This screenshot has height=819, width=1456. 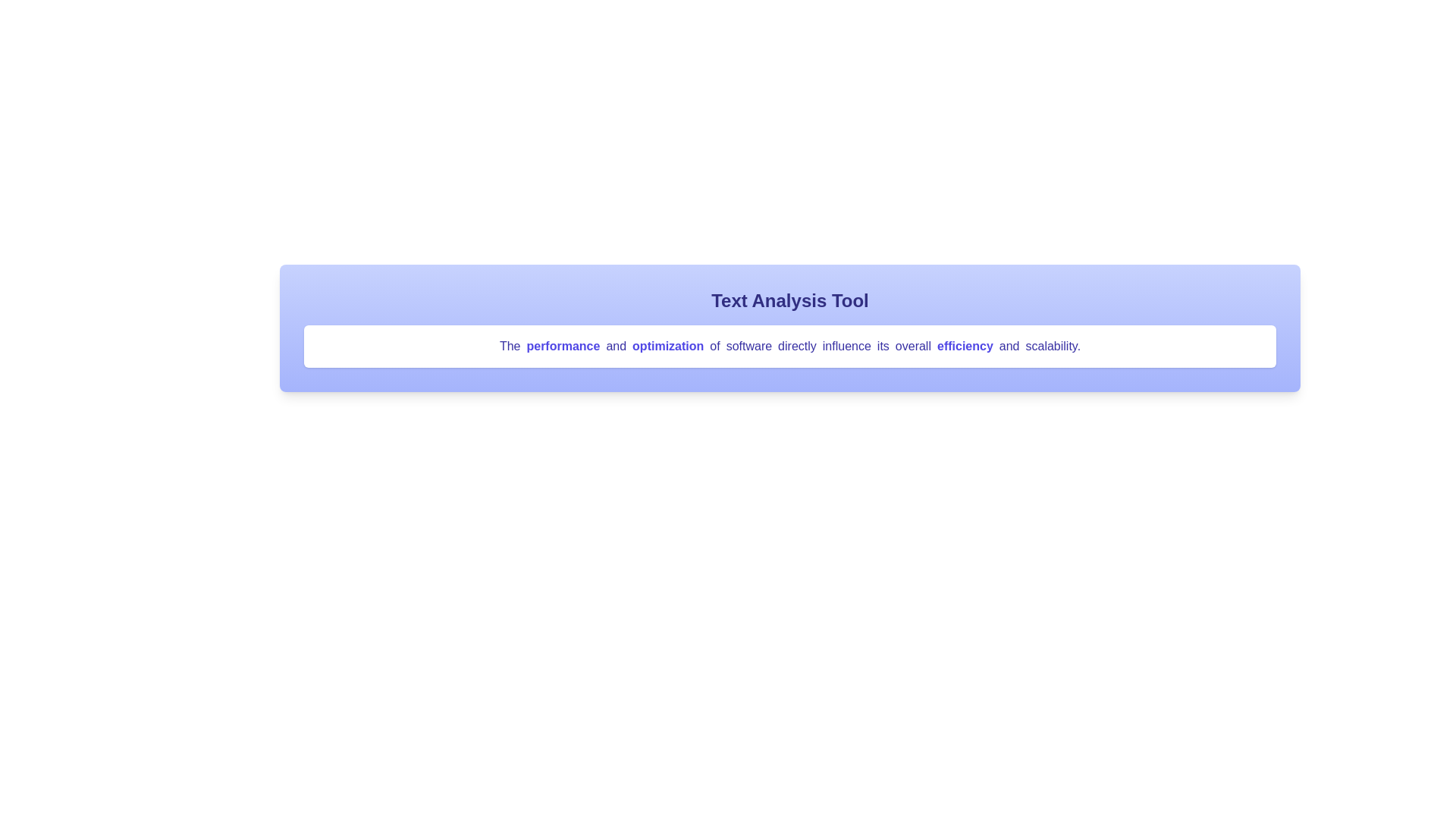 I want to click on the text element reading 'of', which is styled in blue and is the fifth word, so click(x=714, y=346).